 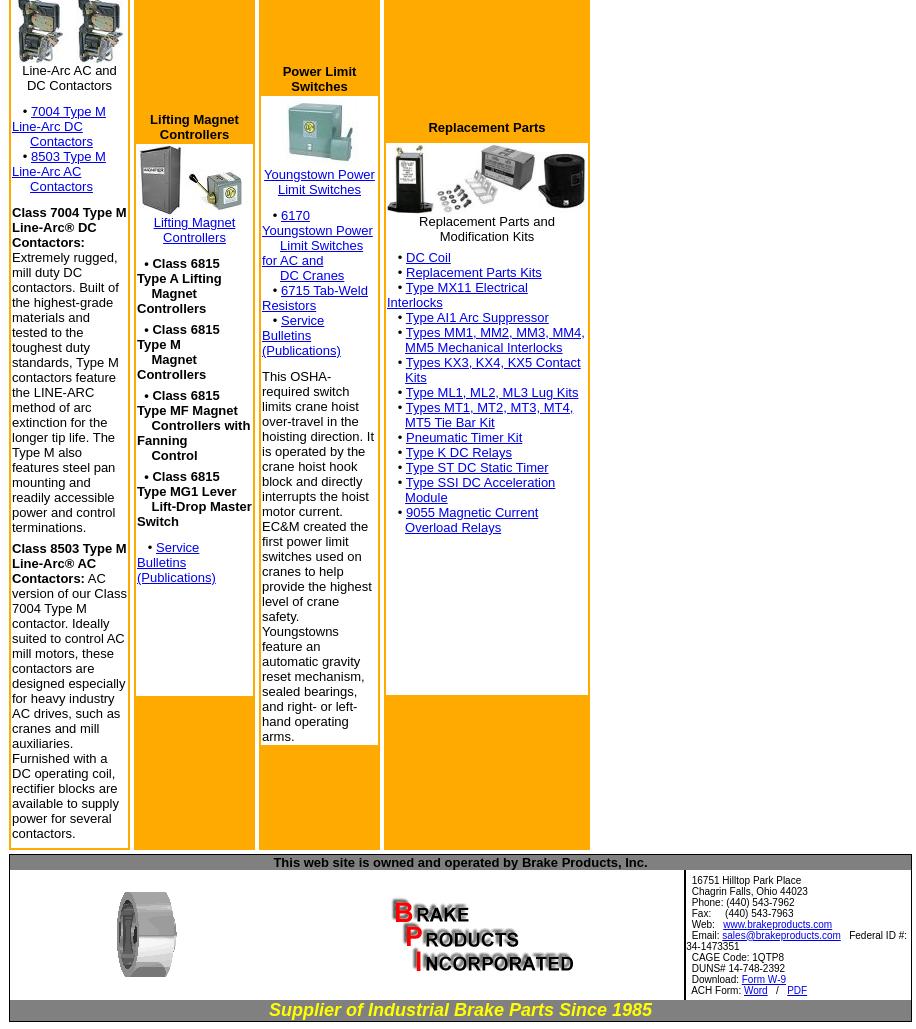 I want to click on 'Class 7004 Type M Line-Arc® DC Contactors:', so click(x=67, y=226).